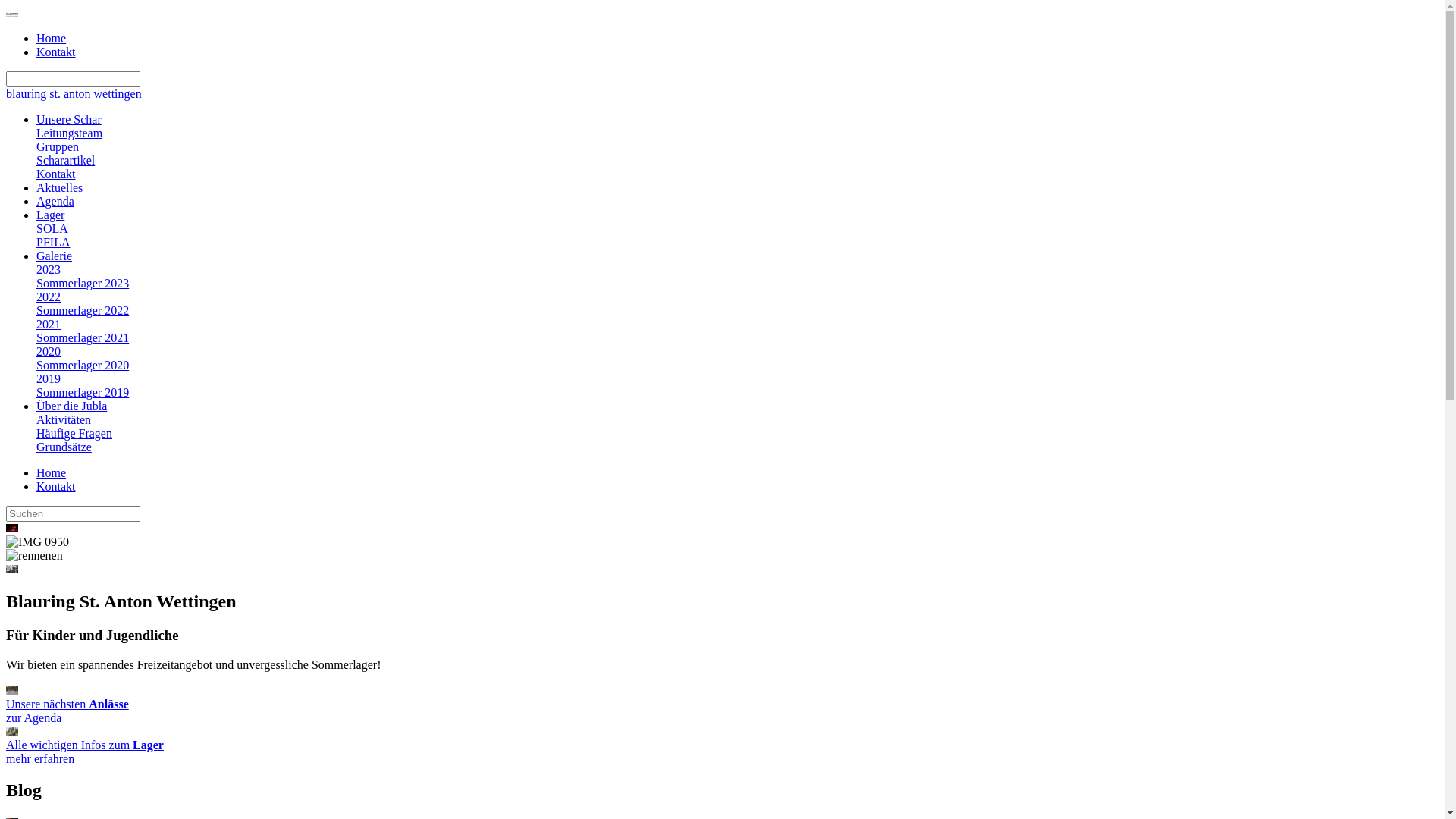 The image size is (1456, 819). Describe the element at coordinates (33, 717) in the screenshot. I see `'zur Agenda'` at that location.